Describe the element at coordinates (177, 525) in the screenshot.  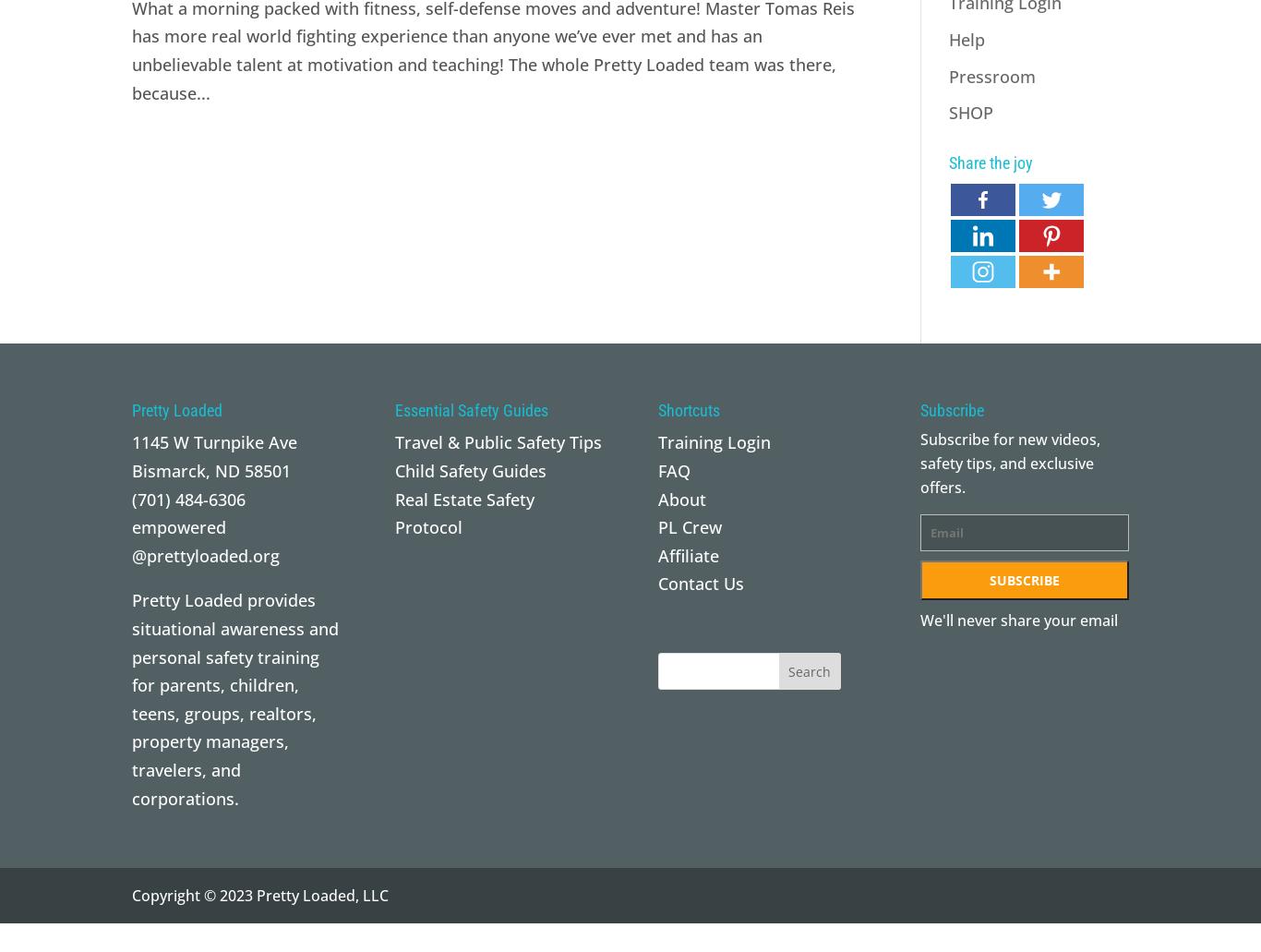
I see `'empowered'` at that location.